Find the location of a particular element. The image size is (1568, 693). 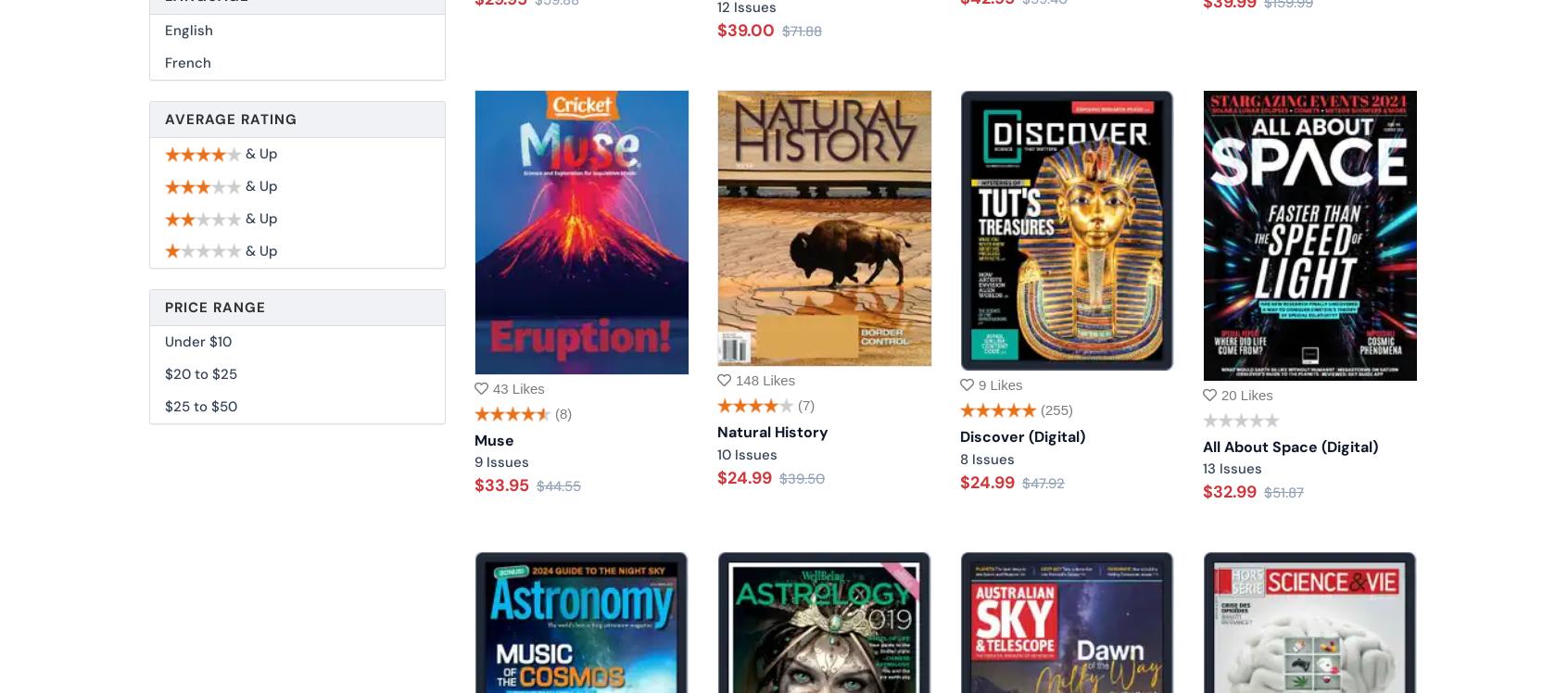

'(255)' is located at coordinates (1056, 409).